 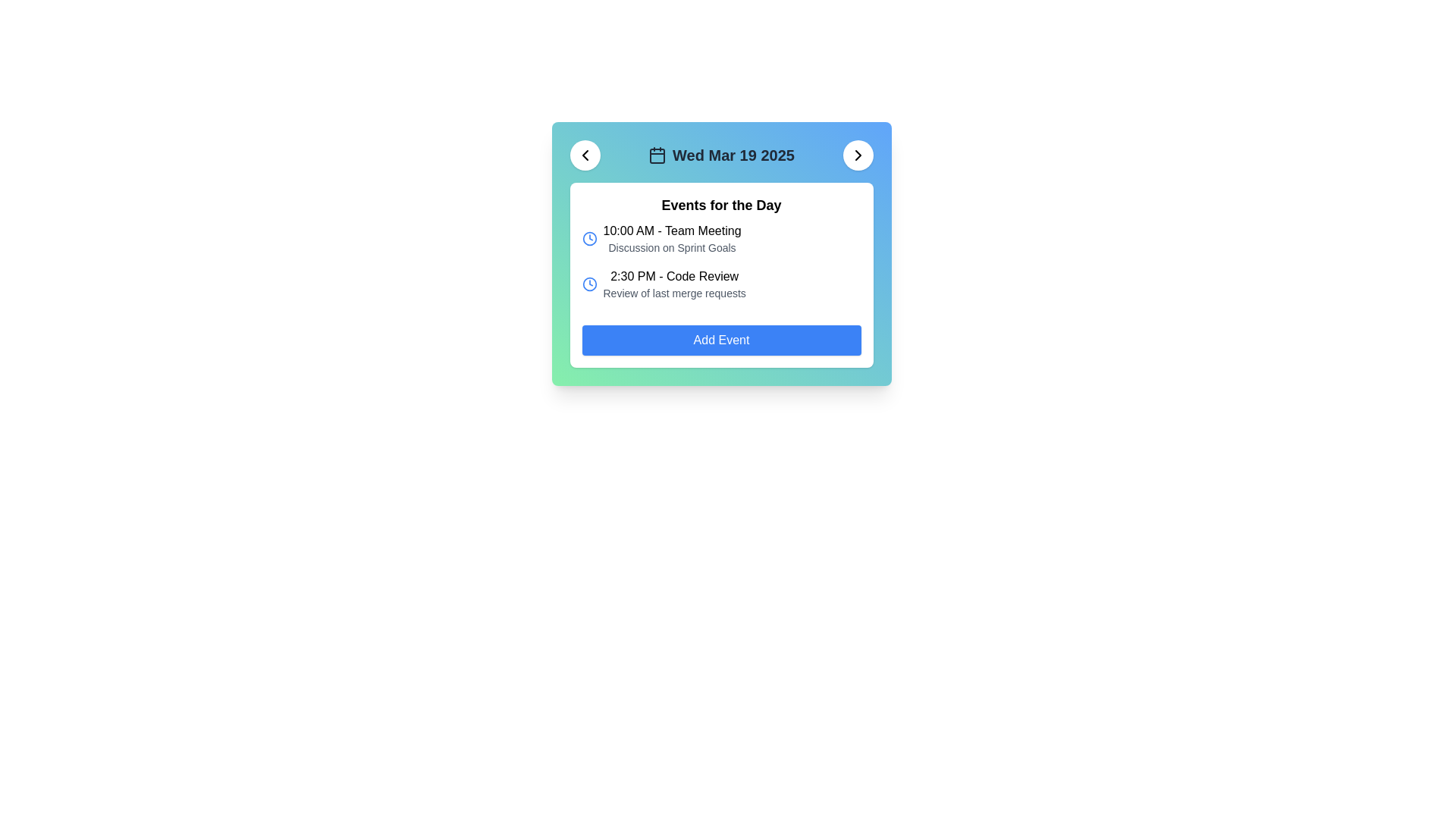 I want to click on the forward navigation icon located at the top-right section of the calendar interface, so click(x=858, y=155).